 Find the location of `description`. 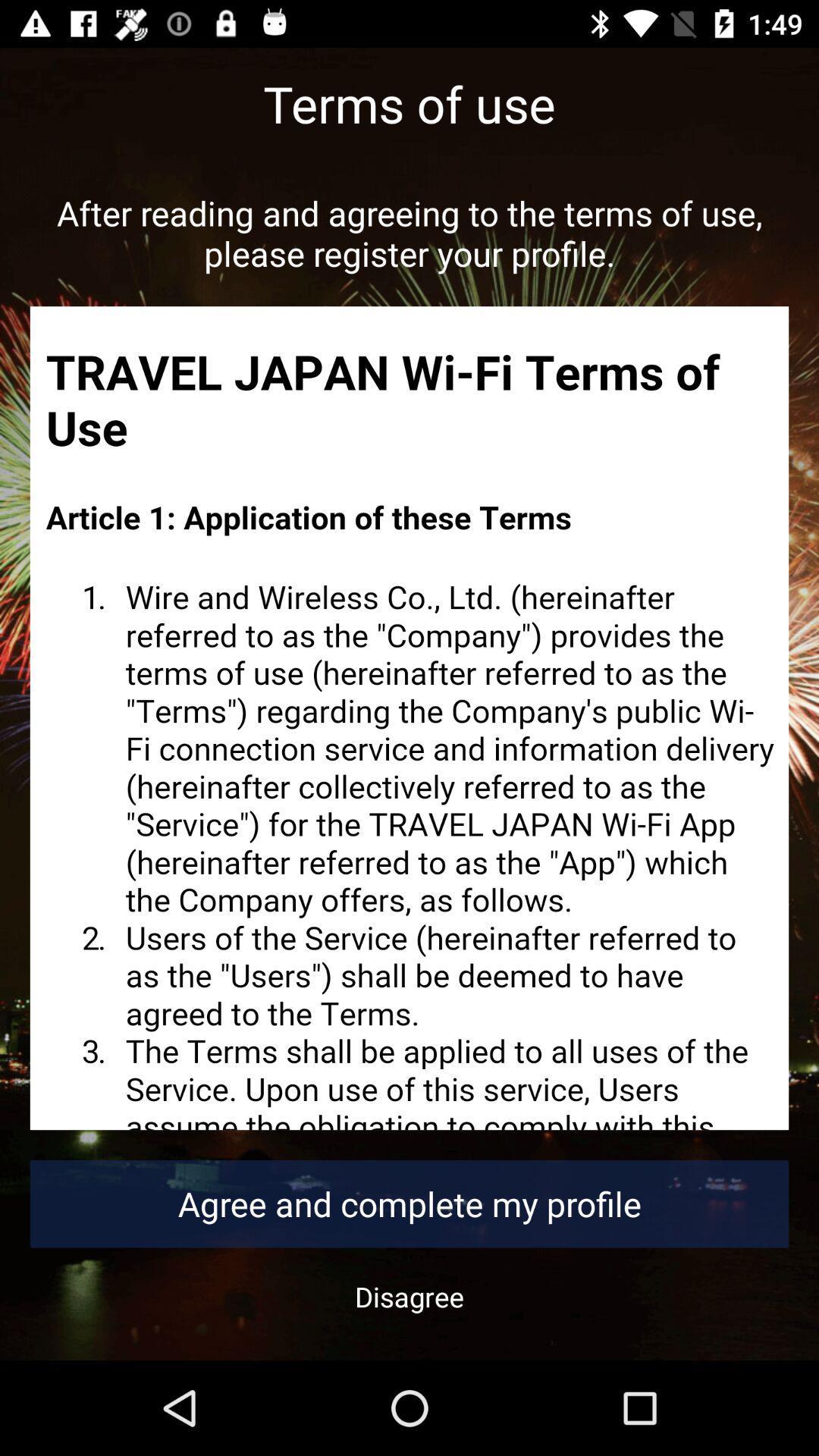

description is located at coordinates (409, 717).